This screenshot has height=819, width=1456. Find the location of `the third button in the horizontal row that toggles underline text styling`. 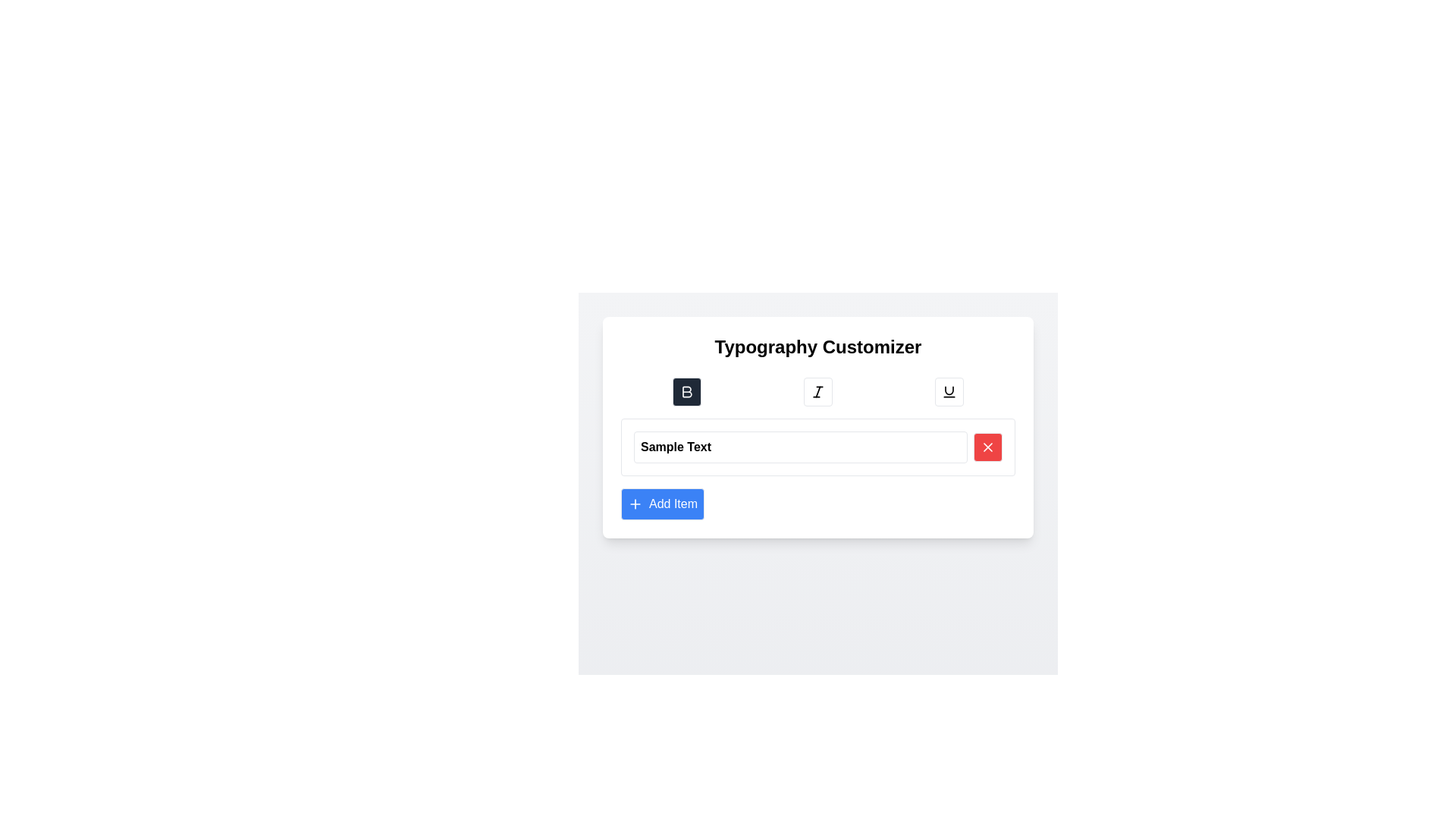

the third button in the horizontal row that toggles underline text styling is located at coordinates (949, 391).